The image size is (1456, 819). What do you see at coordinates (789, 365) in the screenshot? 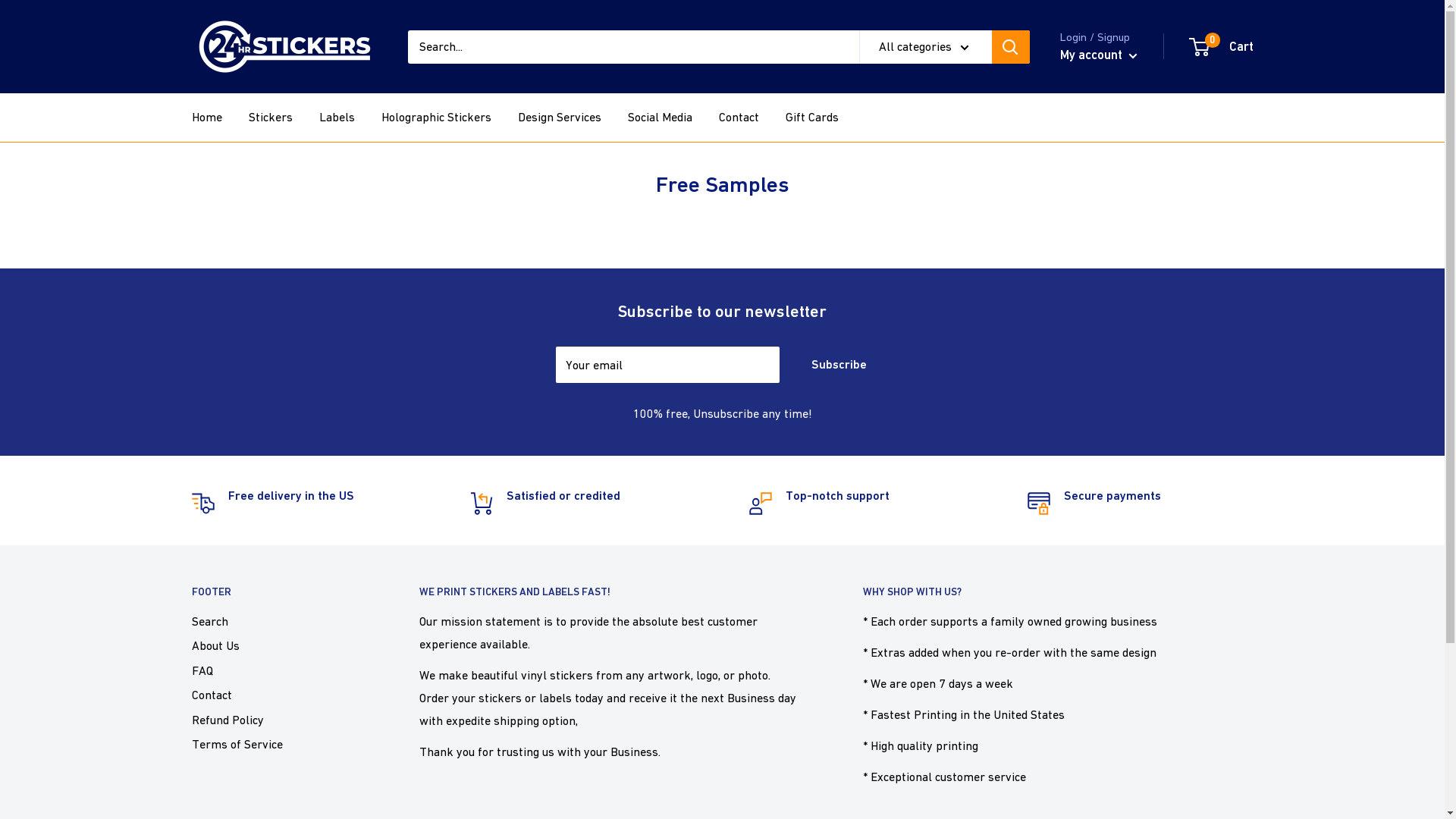
I see `'Subscribe'` at bounding box center [789, 365].